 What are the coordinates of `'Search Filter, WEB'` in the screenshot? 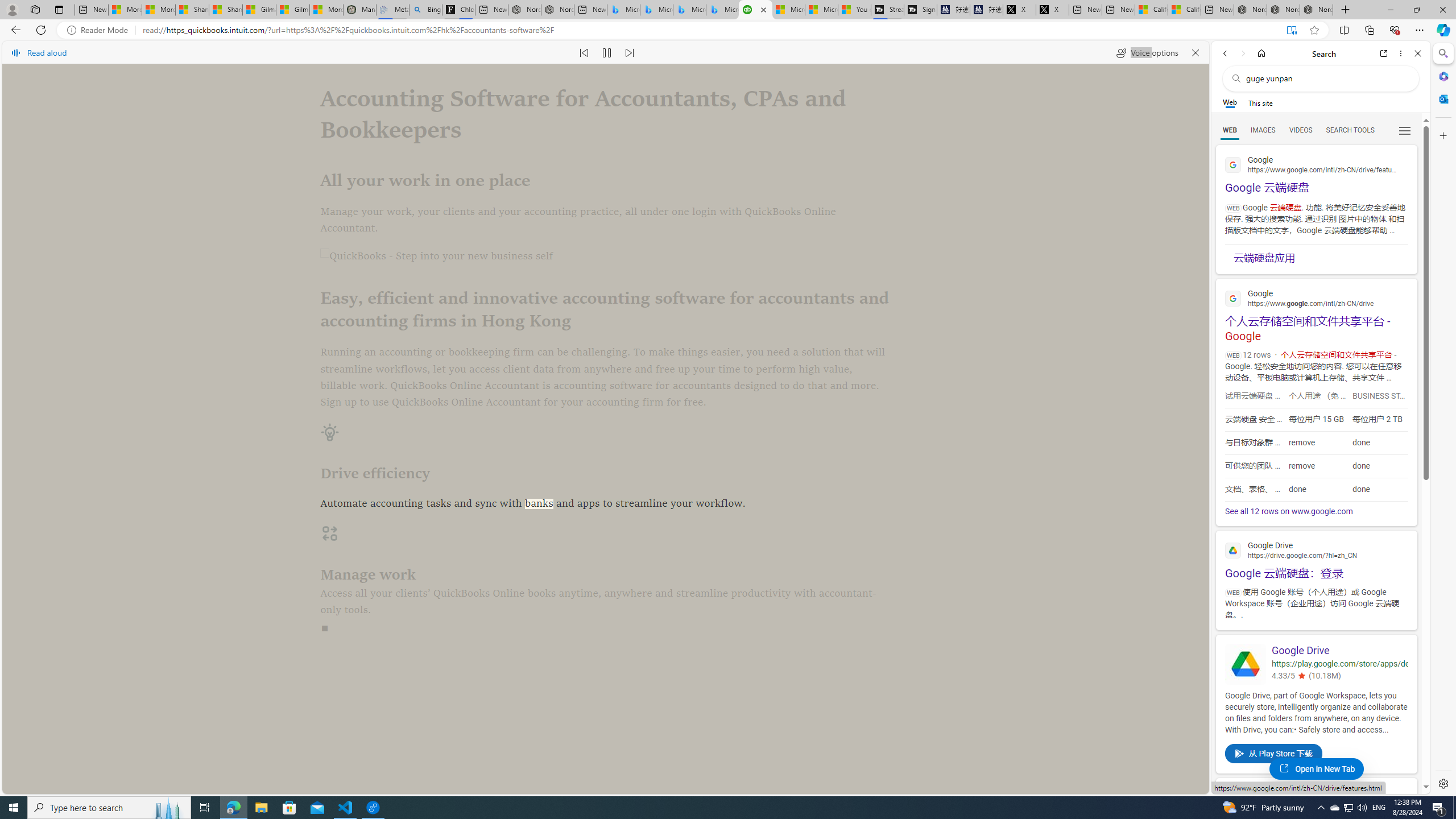 It's located at (1230, 129).